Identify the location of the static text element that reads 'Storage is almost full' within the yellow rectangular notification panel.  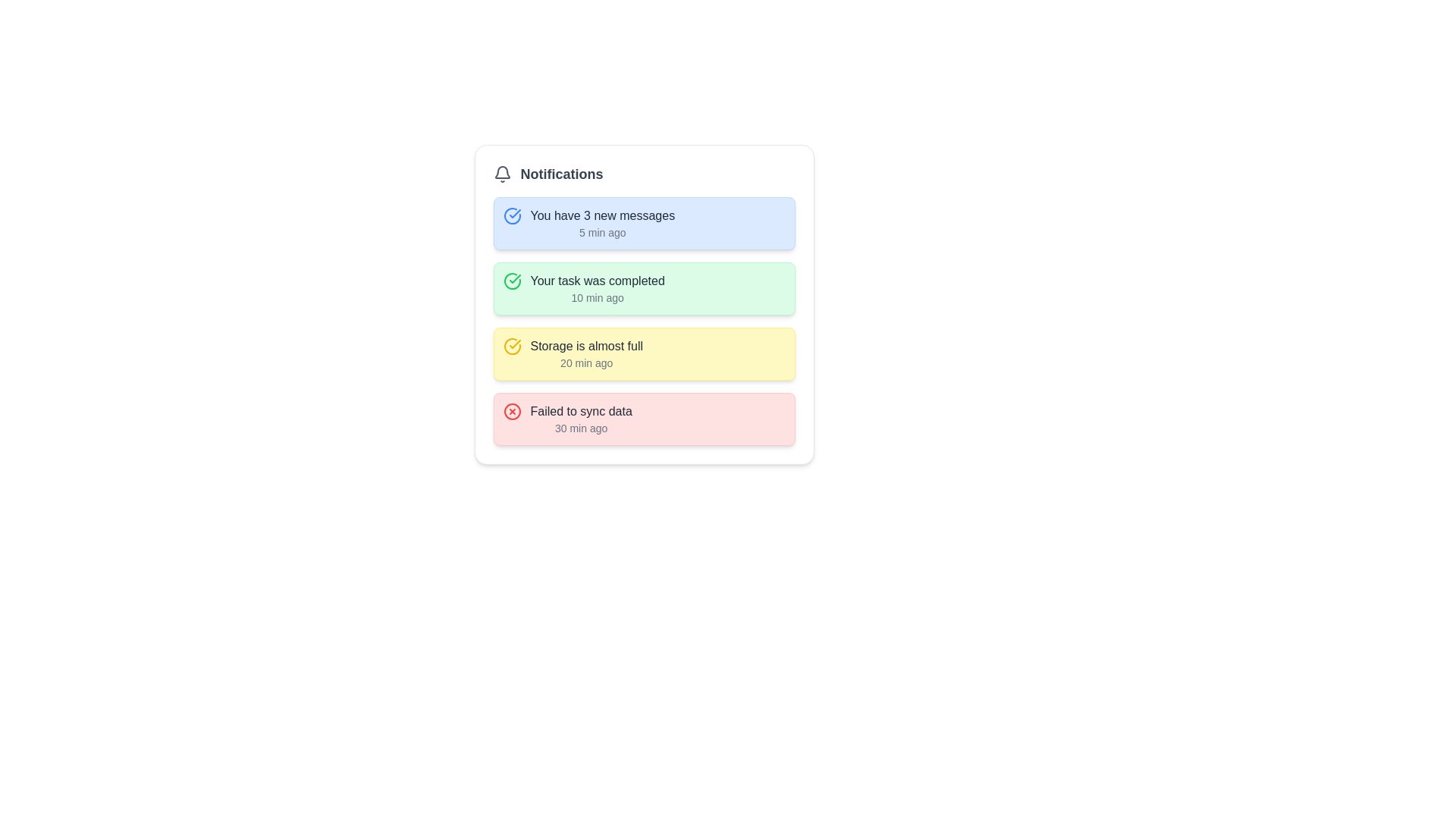
(585, 346).